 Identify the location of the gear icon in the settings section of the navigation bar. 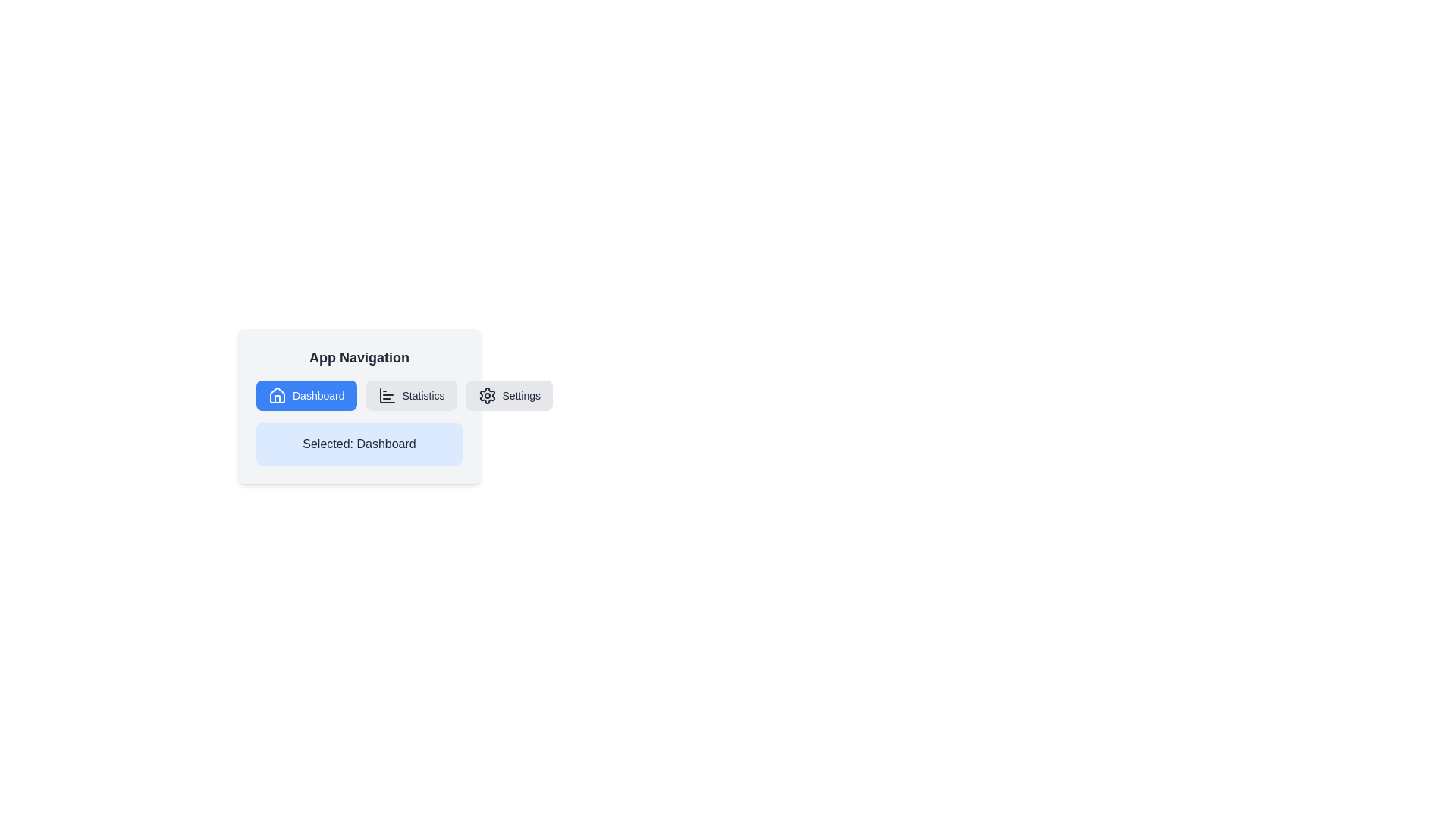
(487, 394).